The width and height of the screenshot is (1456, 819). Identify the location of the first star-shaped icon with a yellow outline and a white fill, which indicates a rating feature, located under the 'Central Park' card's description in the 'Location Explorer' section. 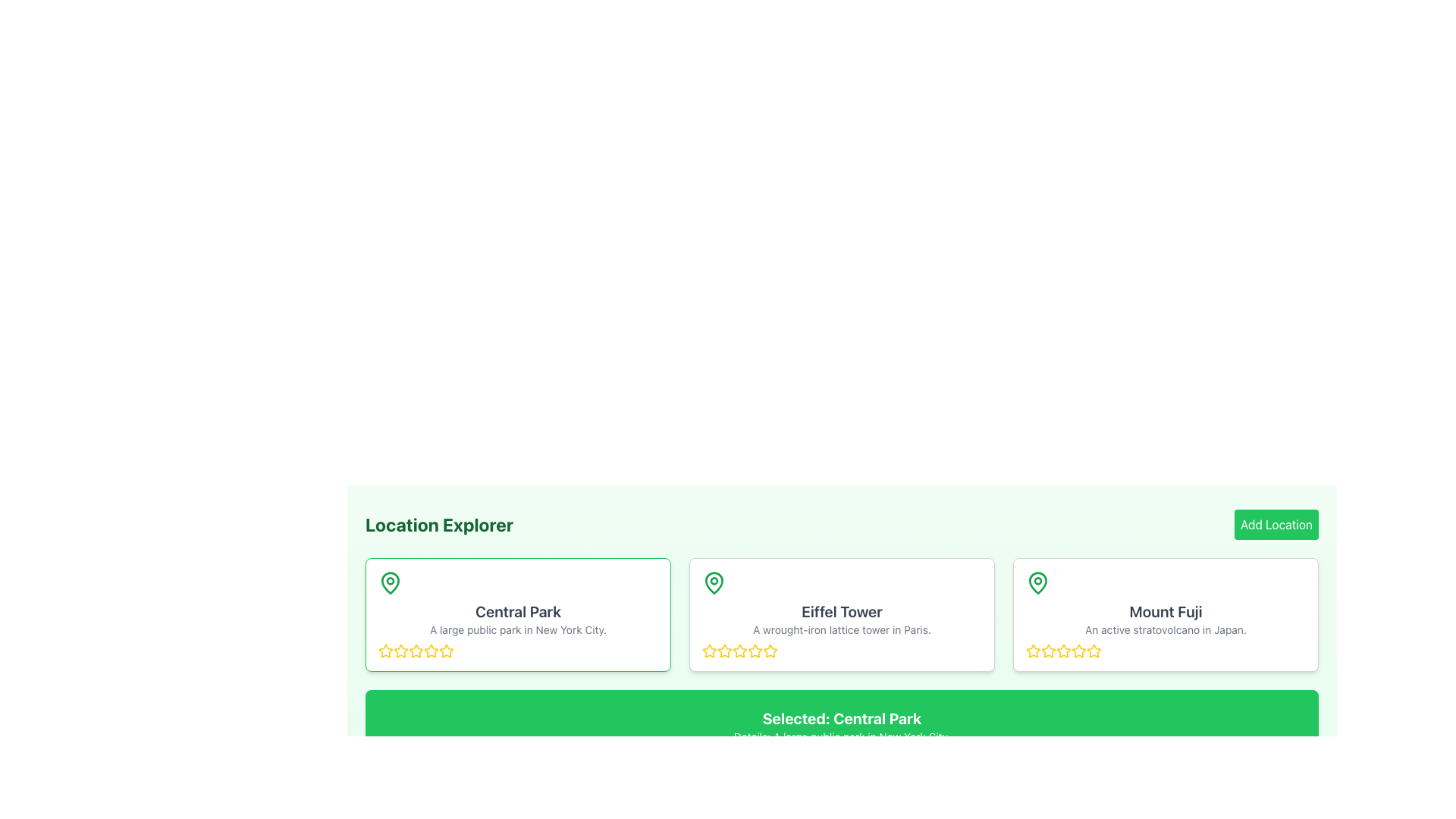
(385, 651).